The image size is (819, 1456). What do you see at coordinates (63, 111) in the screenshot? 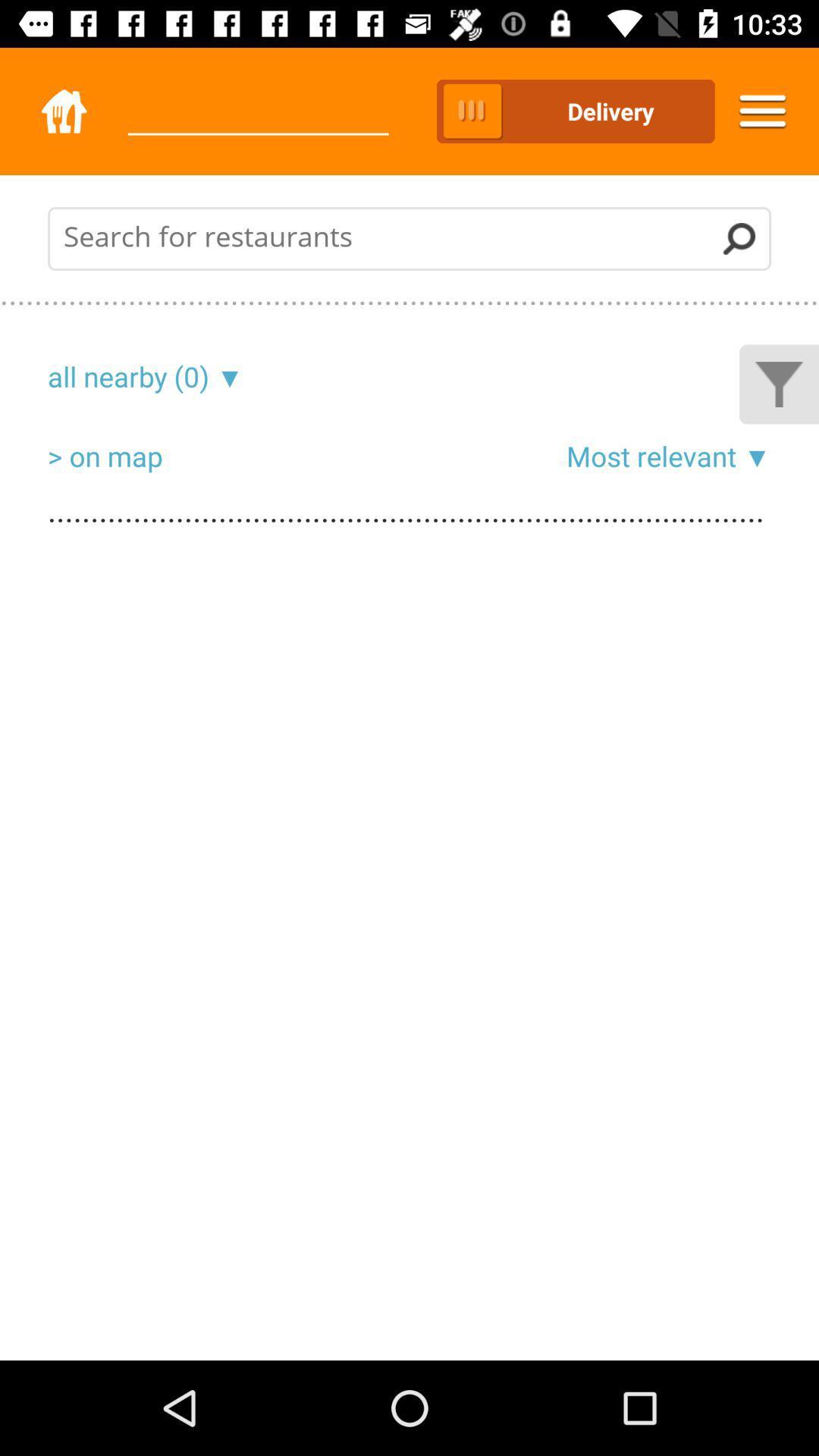
I see `the home icon` at bounding box center [63, 111].